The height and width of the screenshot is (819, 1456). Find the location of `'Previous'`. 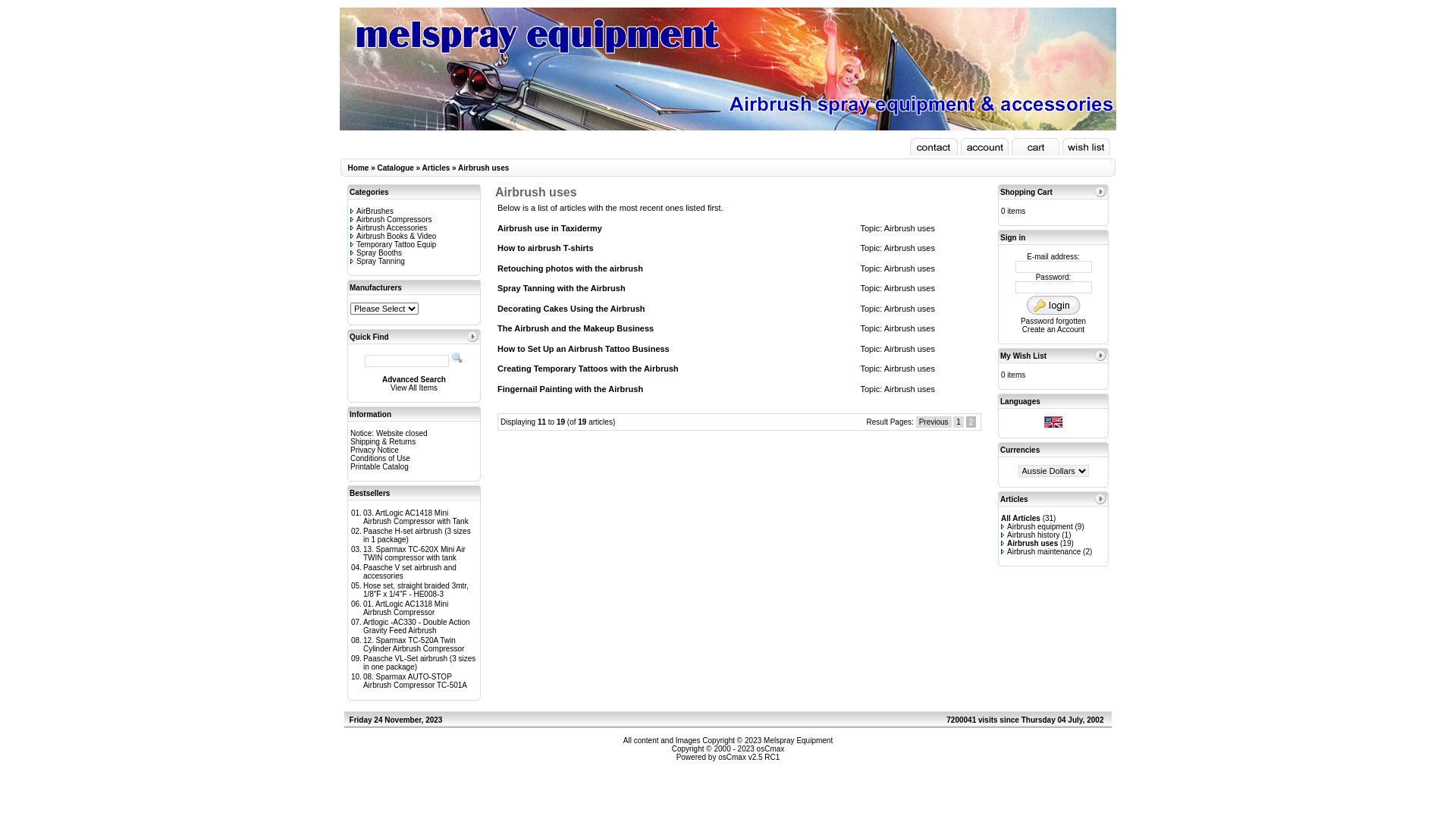

'Previous' is located at coordinates (933, 422).